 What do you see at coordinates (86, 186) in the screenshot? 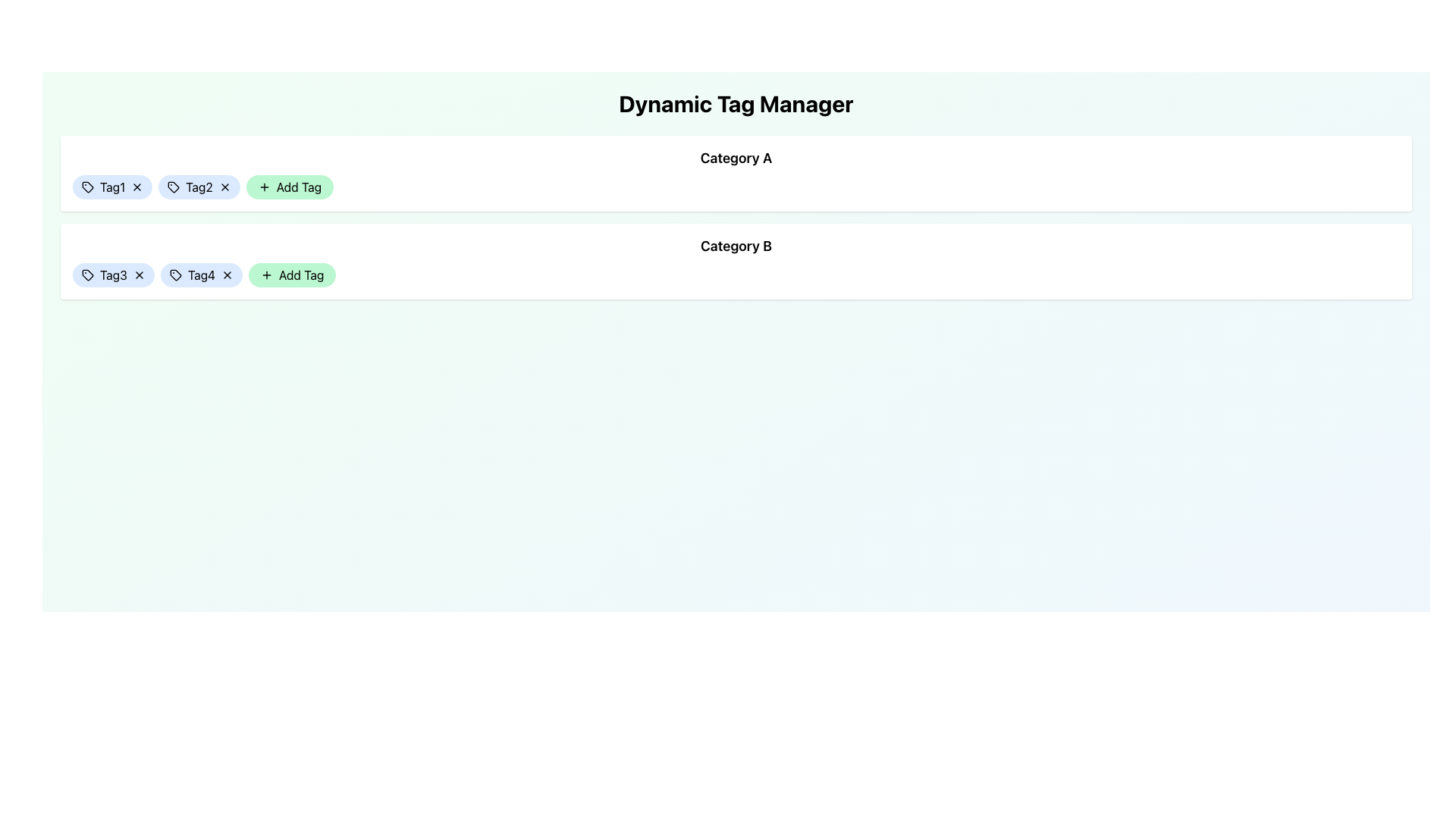
I see `the blue tag icon located within the button labeled 'Tag1' in the top-left portion of 'Category A'` at bounding box center [86, 186].